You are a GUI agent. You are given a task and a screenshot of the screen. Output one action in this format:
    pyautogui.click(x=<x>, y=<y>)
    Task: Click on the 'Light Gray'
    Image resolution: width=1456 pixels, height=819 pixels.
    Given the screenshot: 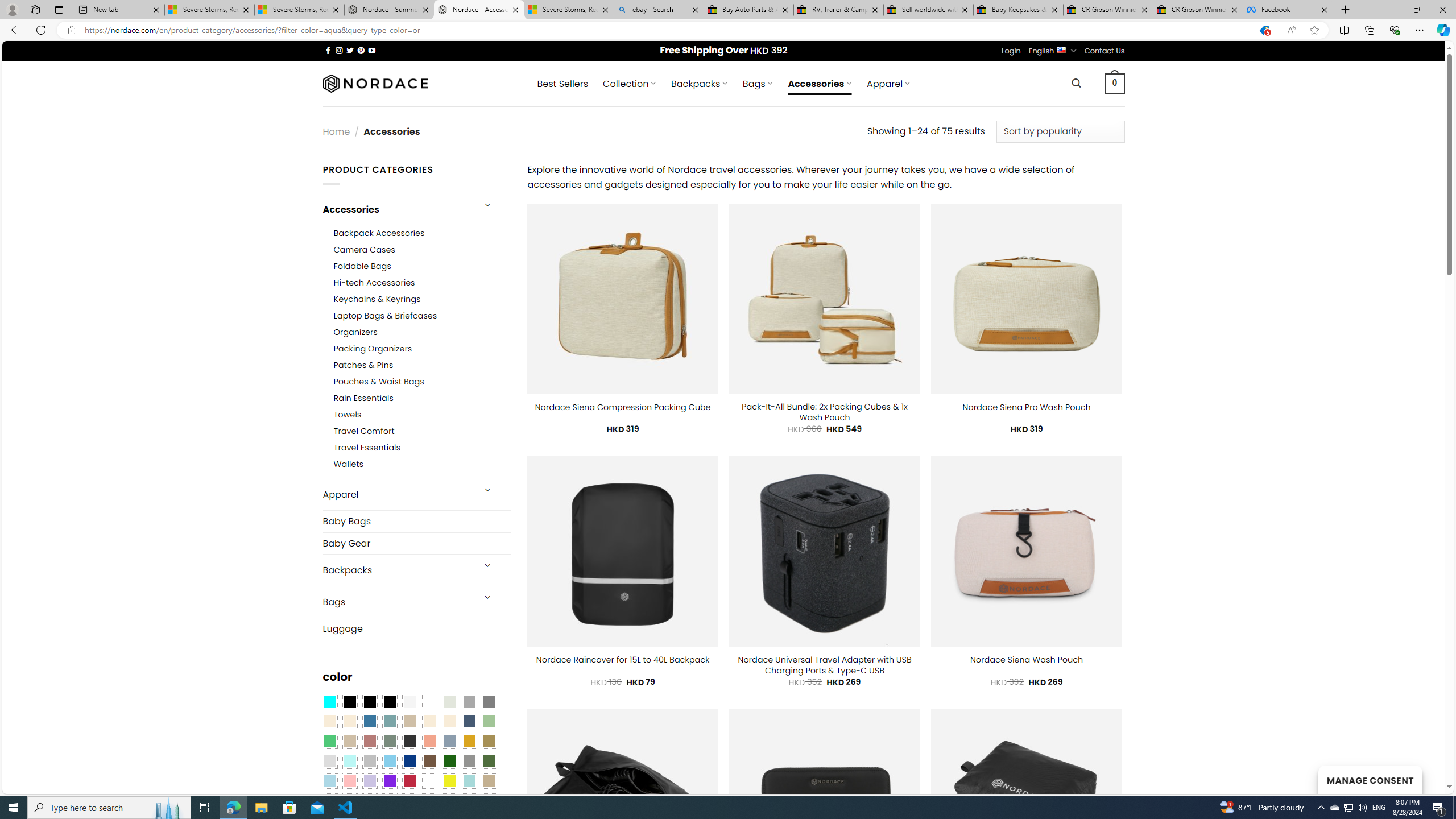 What is the action you would take?
    pyautogui.click(x=329, y=761)
    